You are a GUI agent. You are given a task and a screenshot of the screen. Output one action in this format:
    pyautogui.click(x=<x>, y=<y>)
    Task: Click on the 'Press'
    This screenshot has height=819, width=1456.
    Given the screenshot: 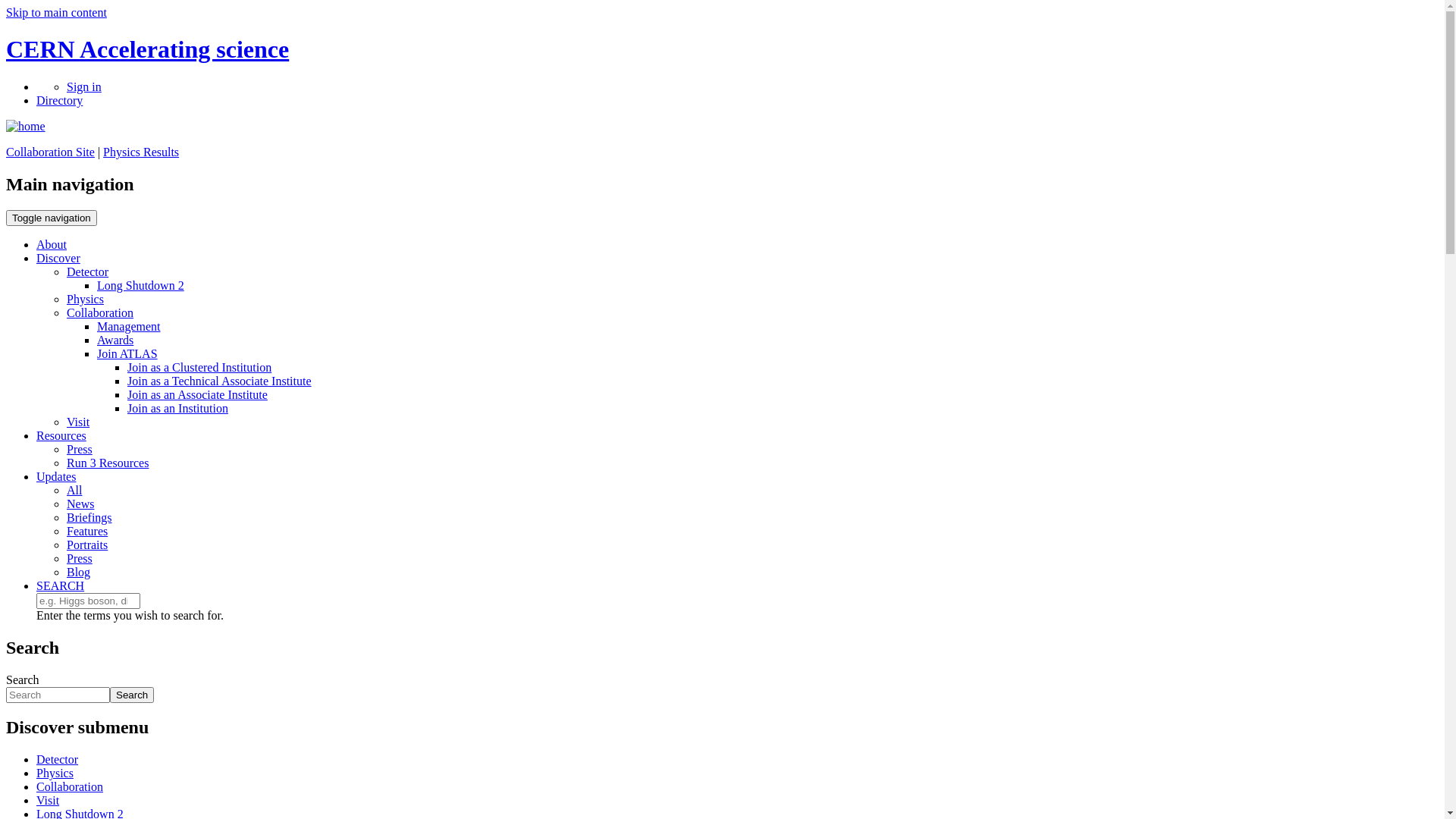 What is the action you would take?
    pyautogui.click(x=79, y=558)
    